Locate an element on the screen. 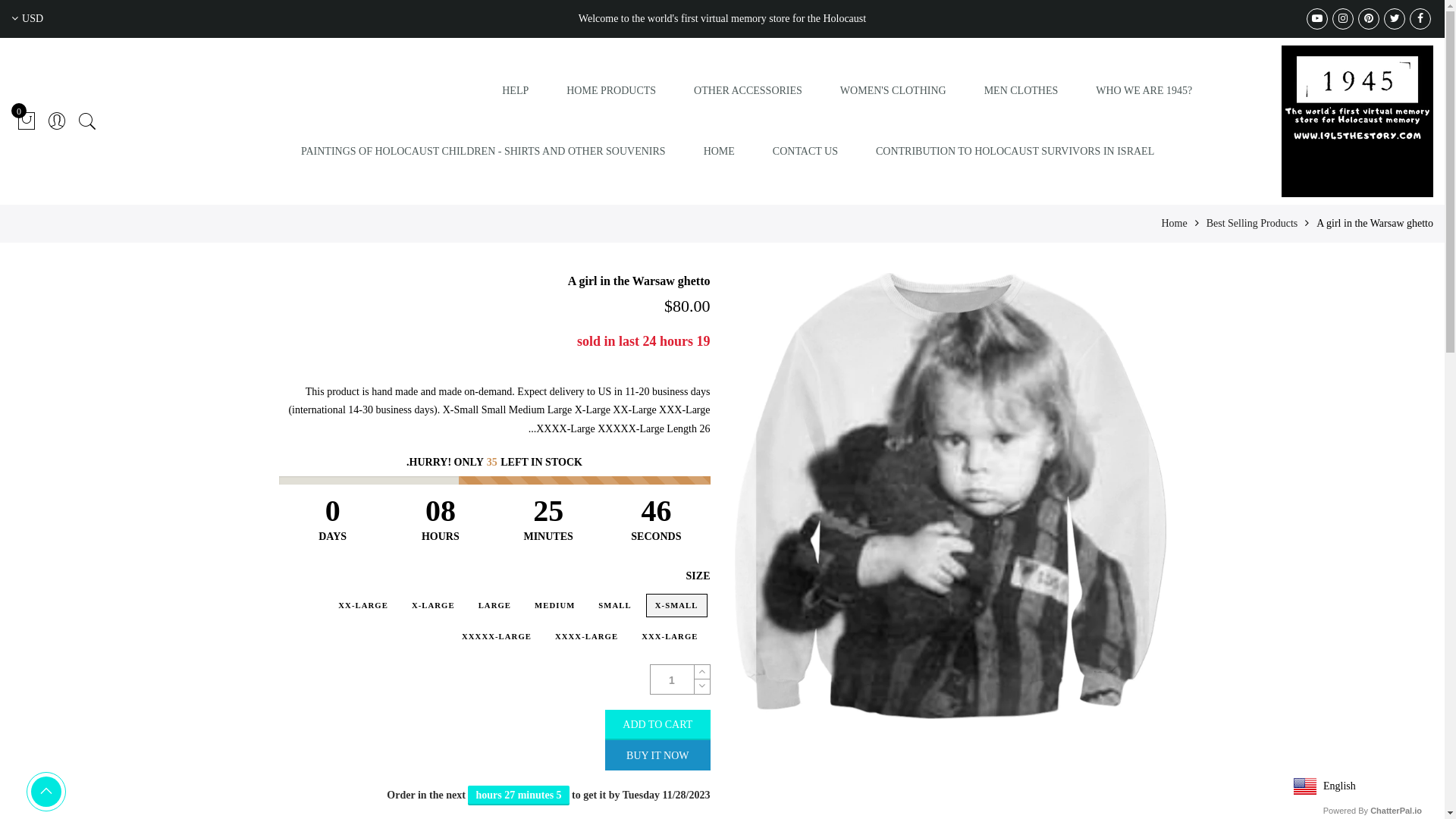  'Qty' is located at coordinates (672, 679).